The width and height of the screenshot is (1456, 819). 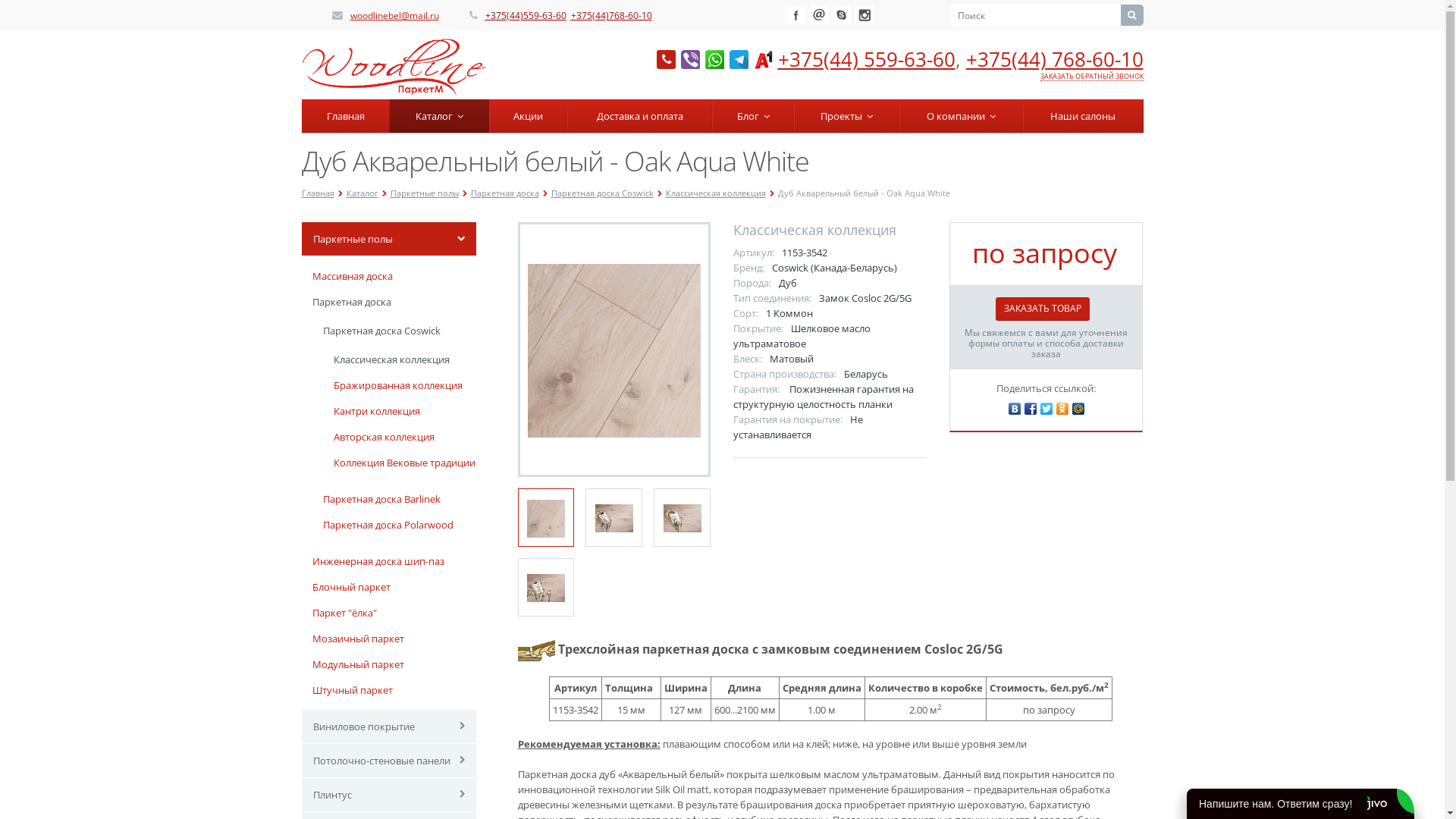 What do you see at coordinates (795, 14) in the screenshot?
I see `'Facebook'` at bounding box center [795, 14].